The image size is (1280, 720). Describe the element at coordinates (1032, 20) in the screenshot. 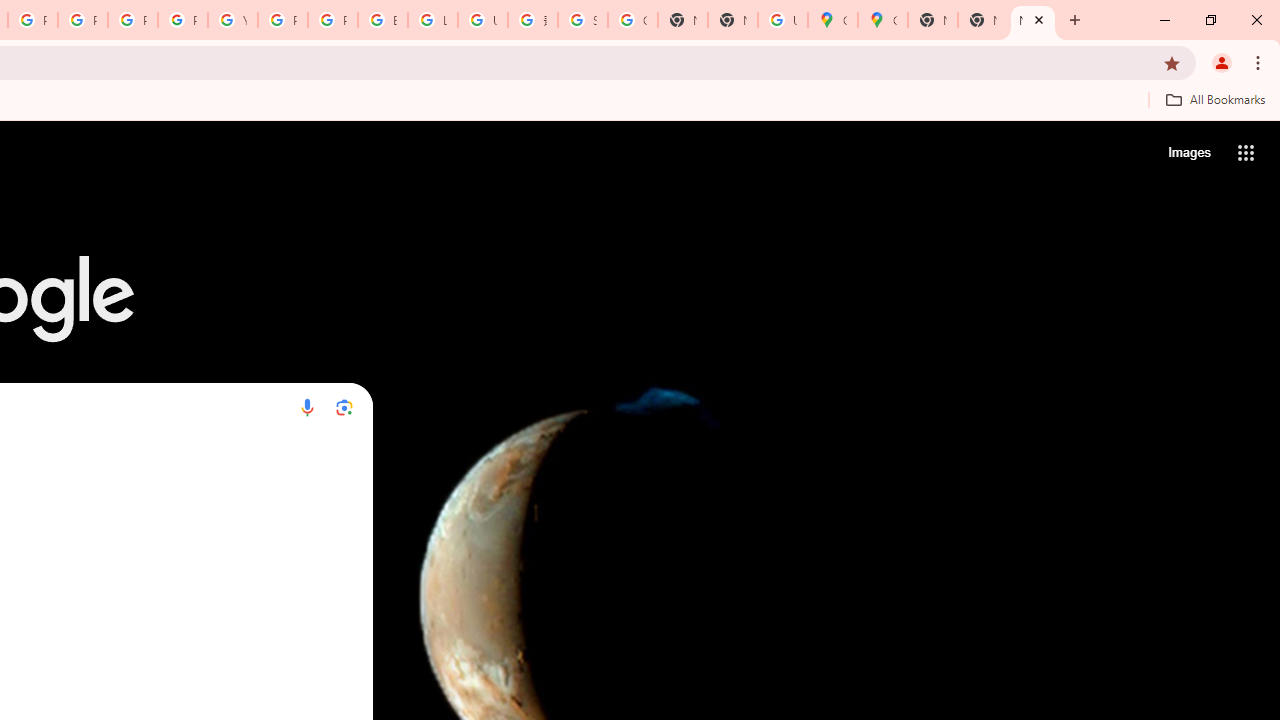

I see `'New Tab'` at that location.